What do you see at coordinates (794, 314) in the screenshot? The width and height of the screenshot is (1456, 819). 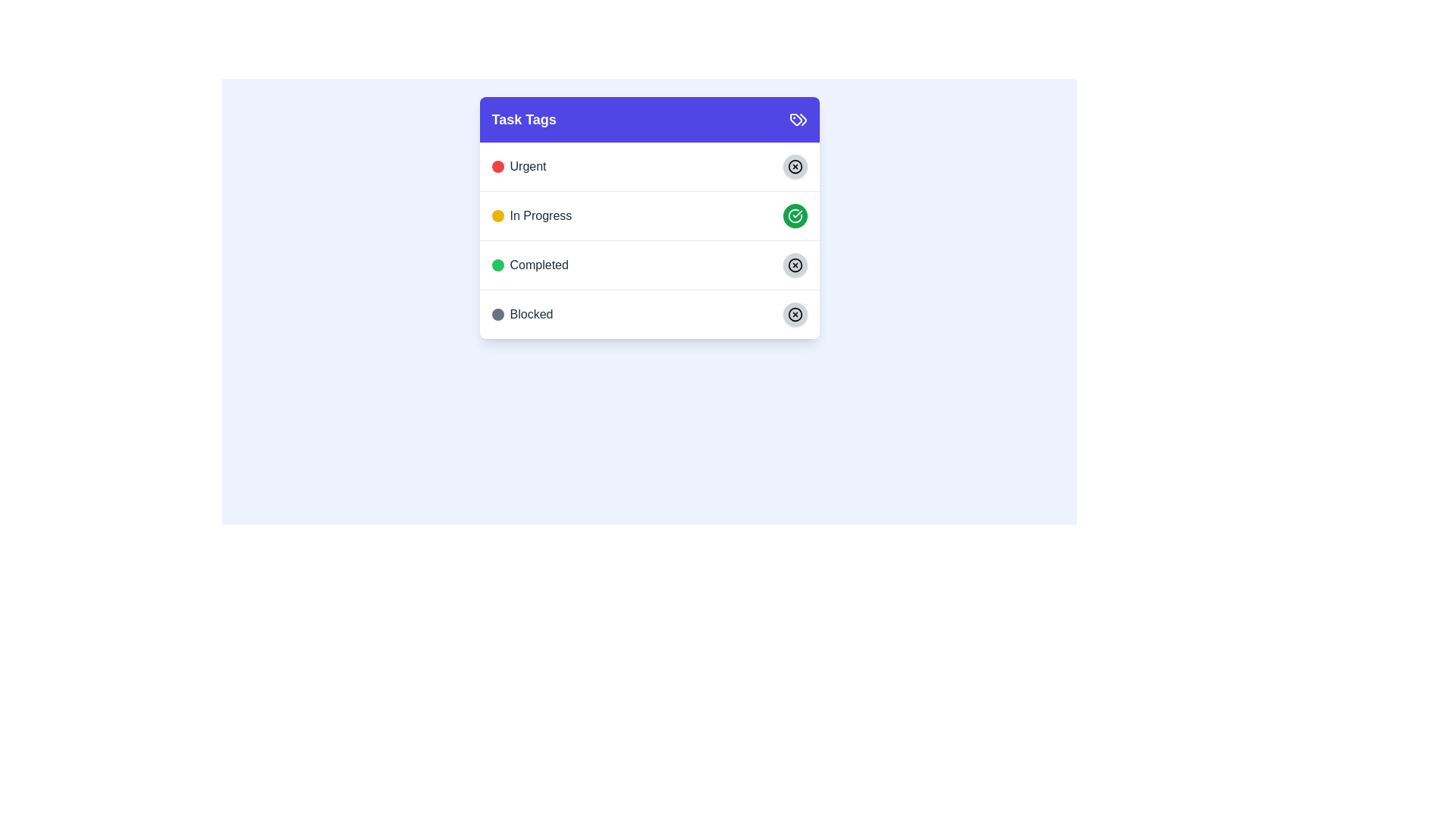 I see `the circular icon representing the 'Blocked' task status located in the fourth row of the Task Tags interface` at bounding box center [794, 314].